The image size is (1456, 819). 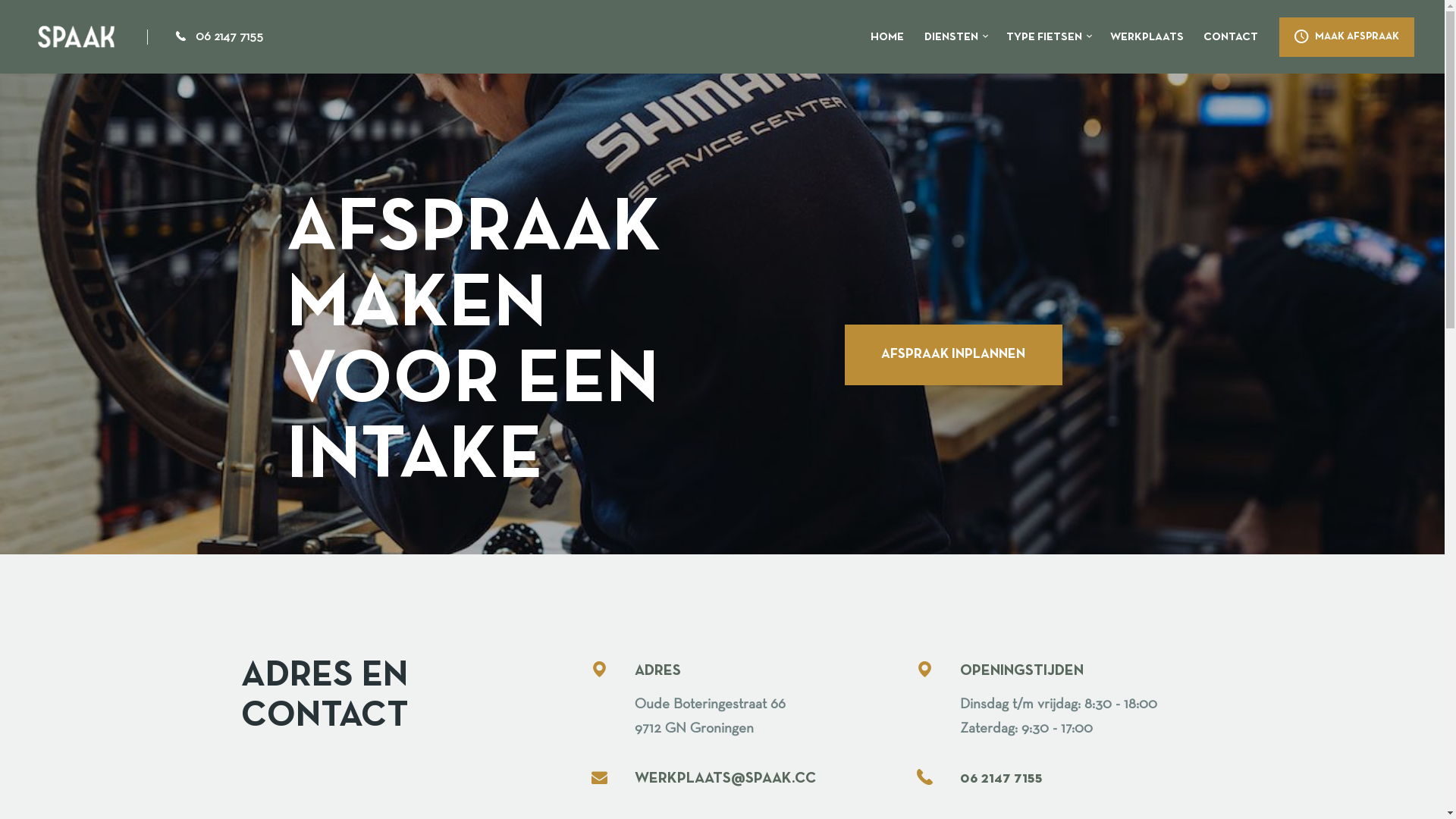 What do you see at coordinates (1095, 36) in the screenshot?
I see `'WERKPLAATS'` at bounding box center [1095, 36].